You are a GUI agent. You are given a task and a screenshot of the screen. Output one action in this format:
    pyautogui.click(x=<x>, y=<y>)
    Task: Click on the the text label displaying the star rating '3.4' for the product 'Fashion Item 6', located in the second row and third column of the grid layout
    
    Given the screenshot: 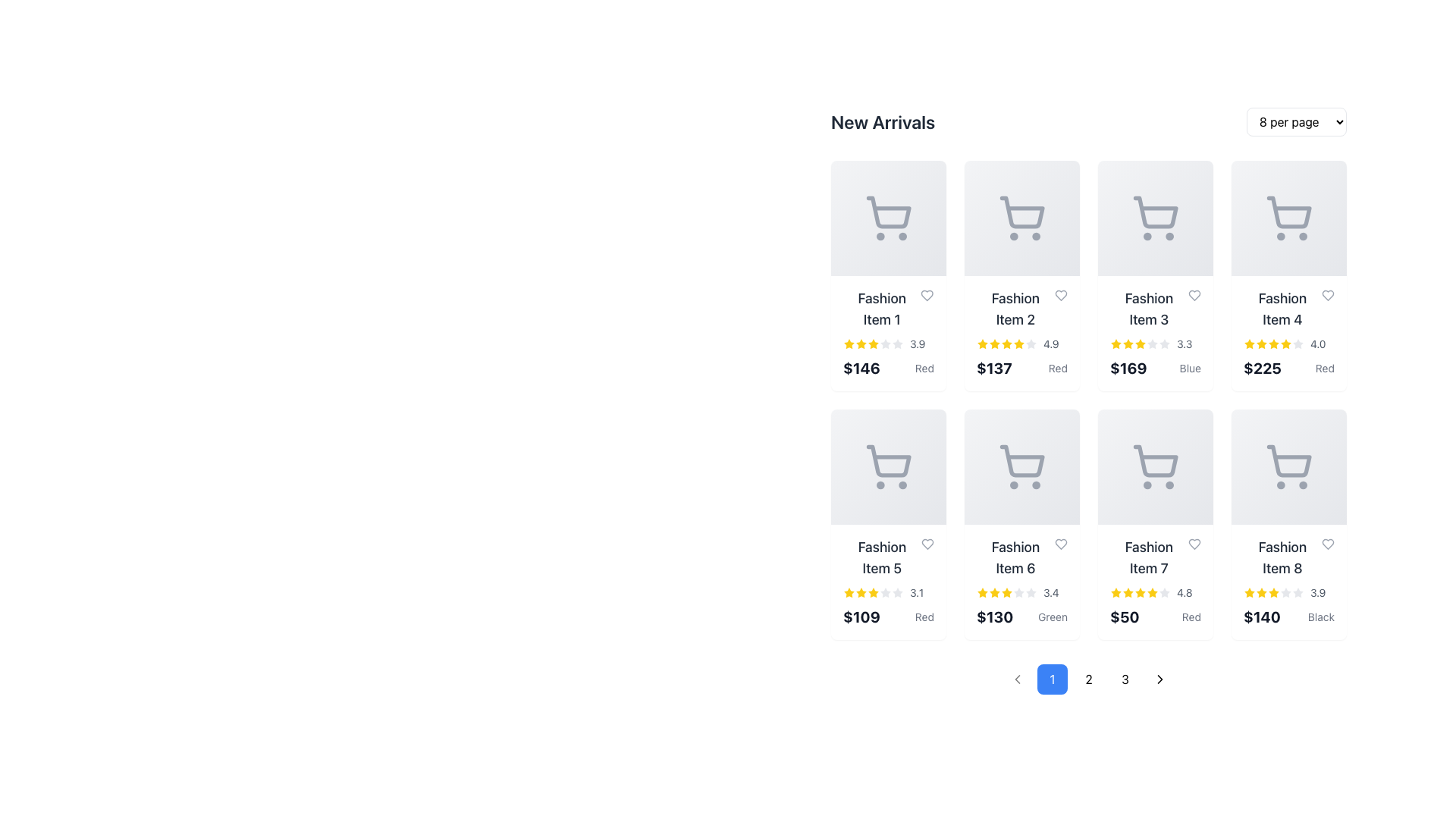 What is the action you would take?
    pyautogui.click(x=1050, y=592)
    